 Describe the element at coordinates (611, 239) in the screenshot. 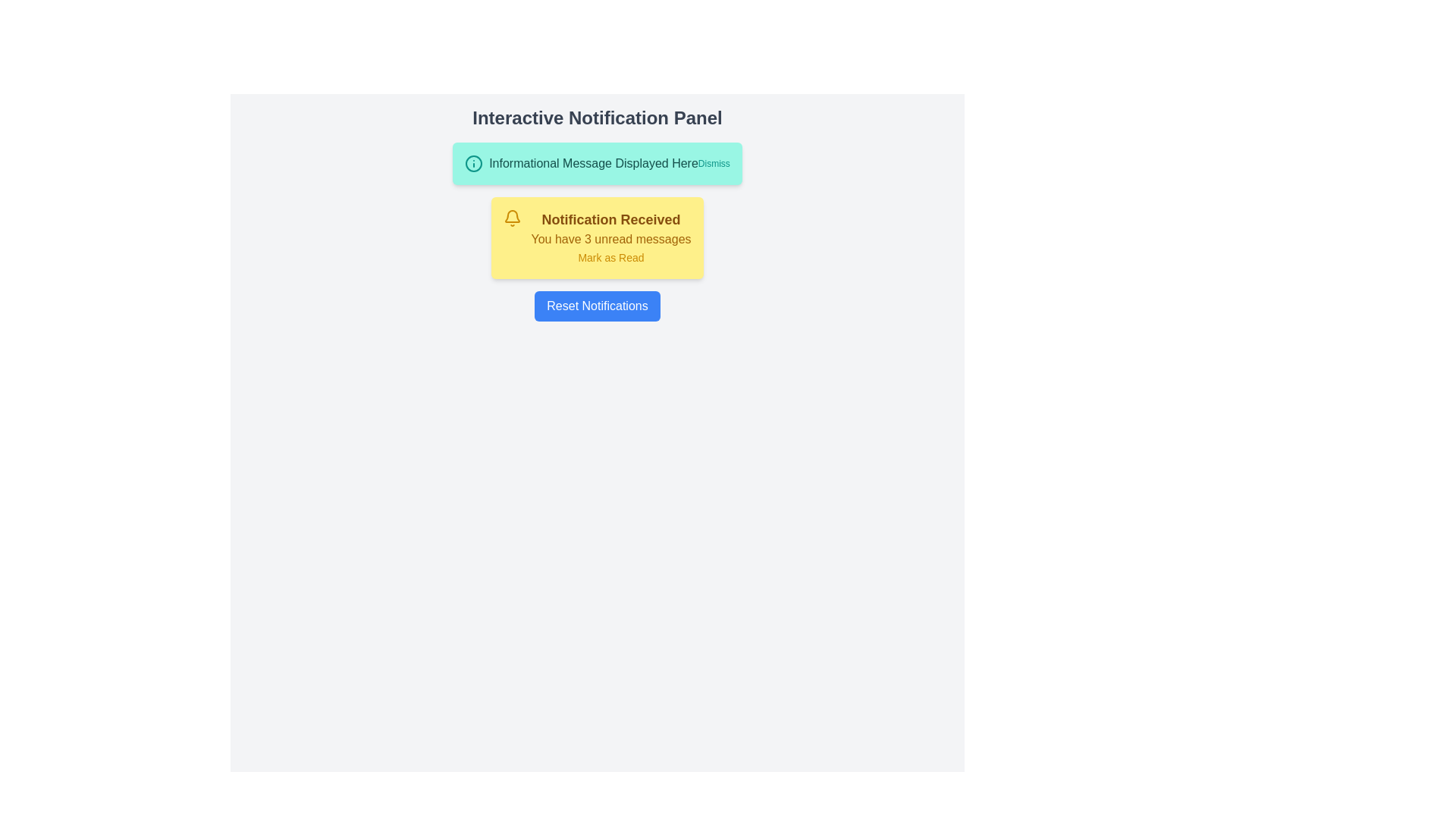

I see `the text element displaying 'You have 3 unread messages', which is styled in bold yellow font and located in the center of the yellow notification card` at that location.